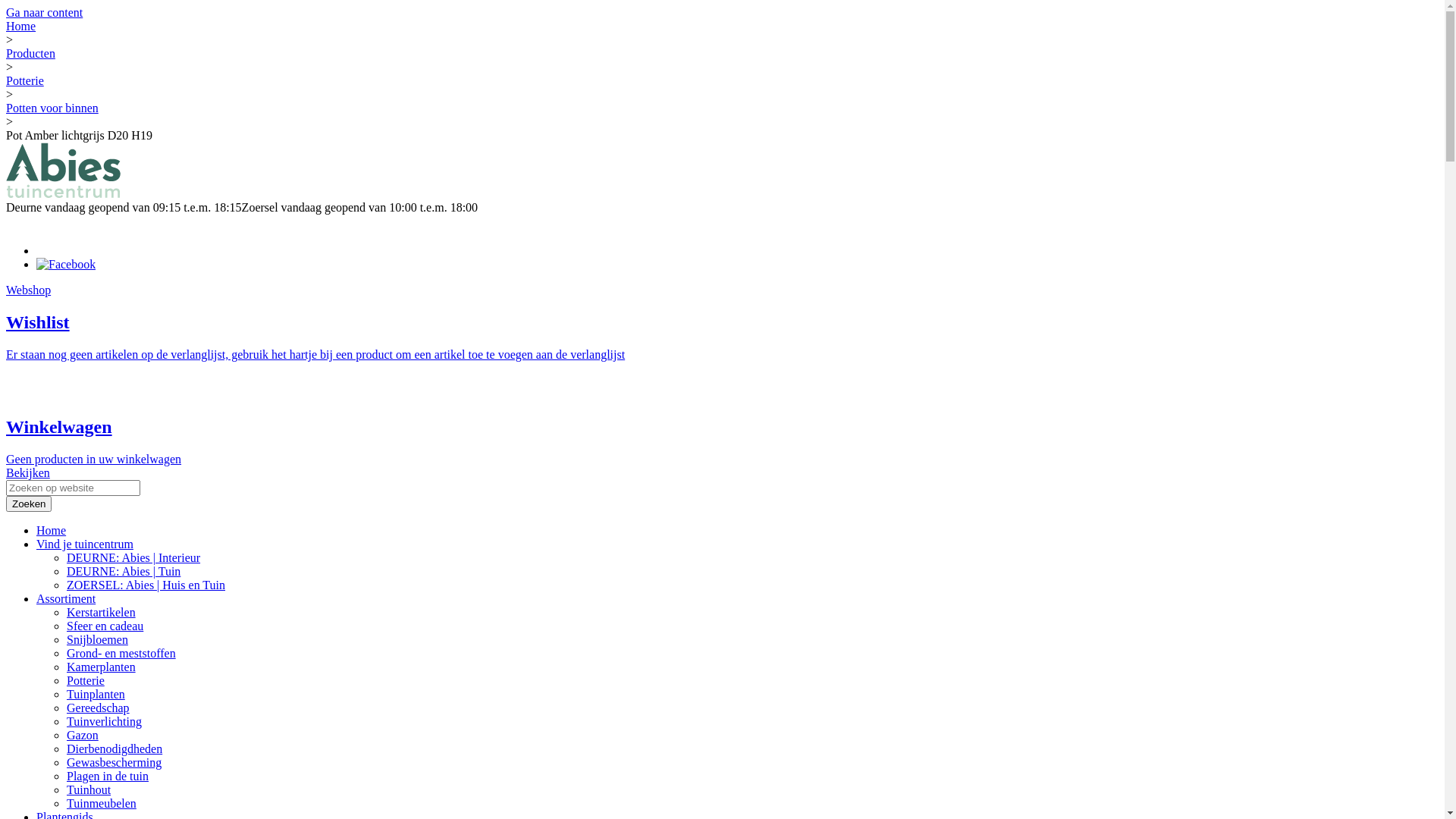  I want to click on 'Tuinmeubelen', so click(101, 802).